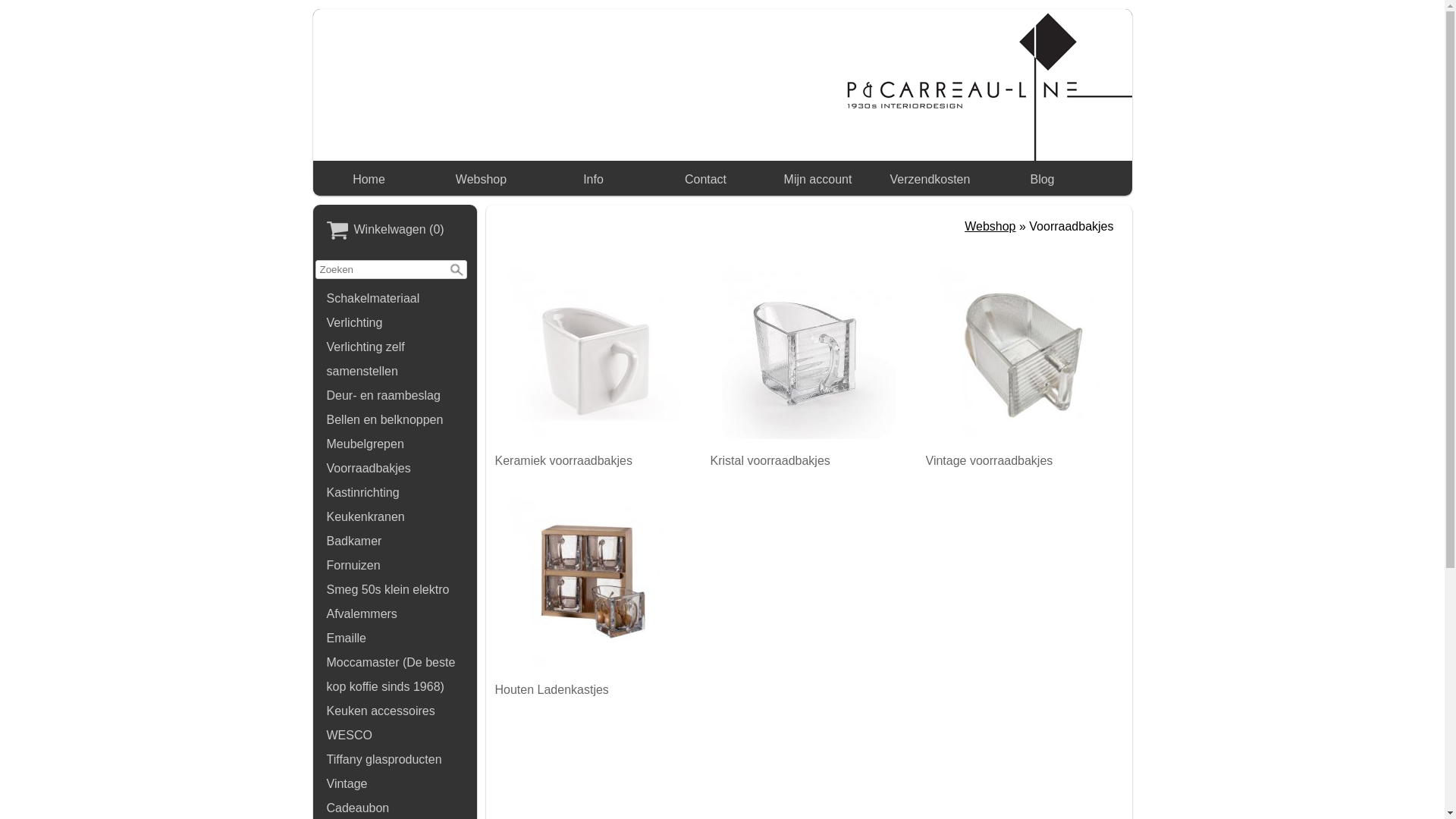 The width and height of the screenshot is (1456, 819). What do you see at coordinates (315, 322) in the screenshot?
I see `'Verlichting'` at bounding box center [315, 322].